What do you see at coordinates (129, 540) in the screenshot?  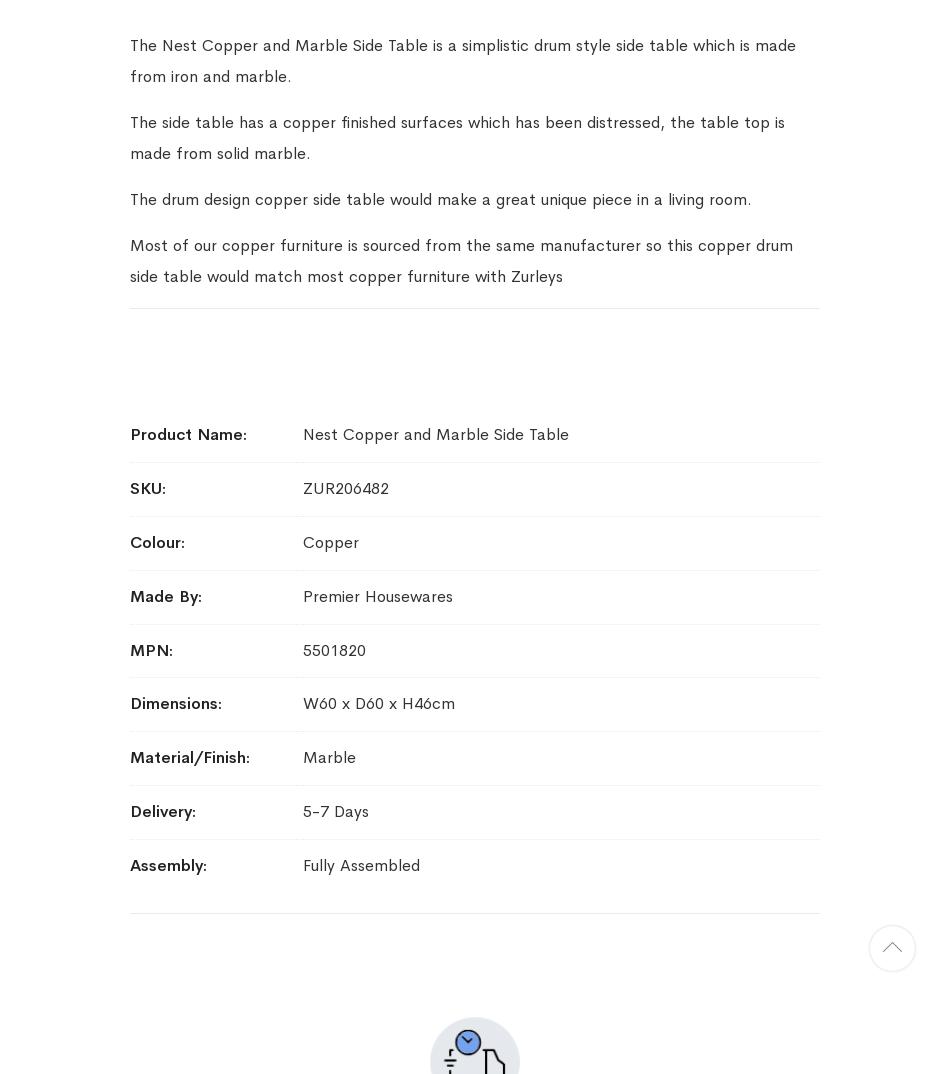 I see `'Colour'` at bounding box center [129, 540].